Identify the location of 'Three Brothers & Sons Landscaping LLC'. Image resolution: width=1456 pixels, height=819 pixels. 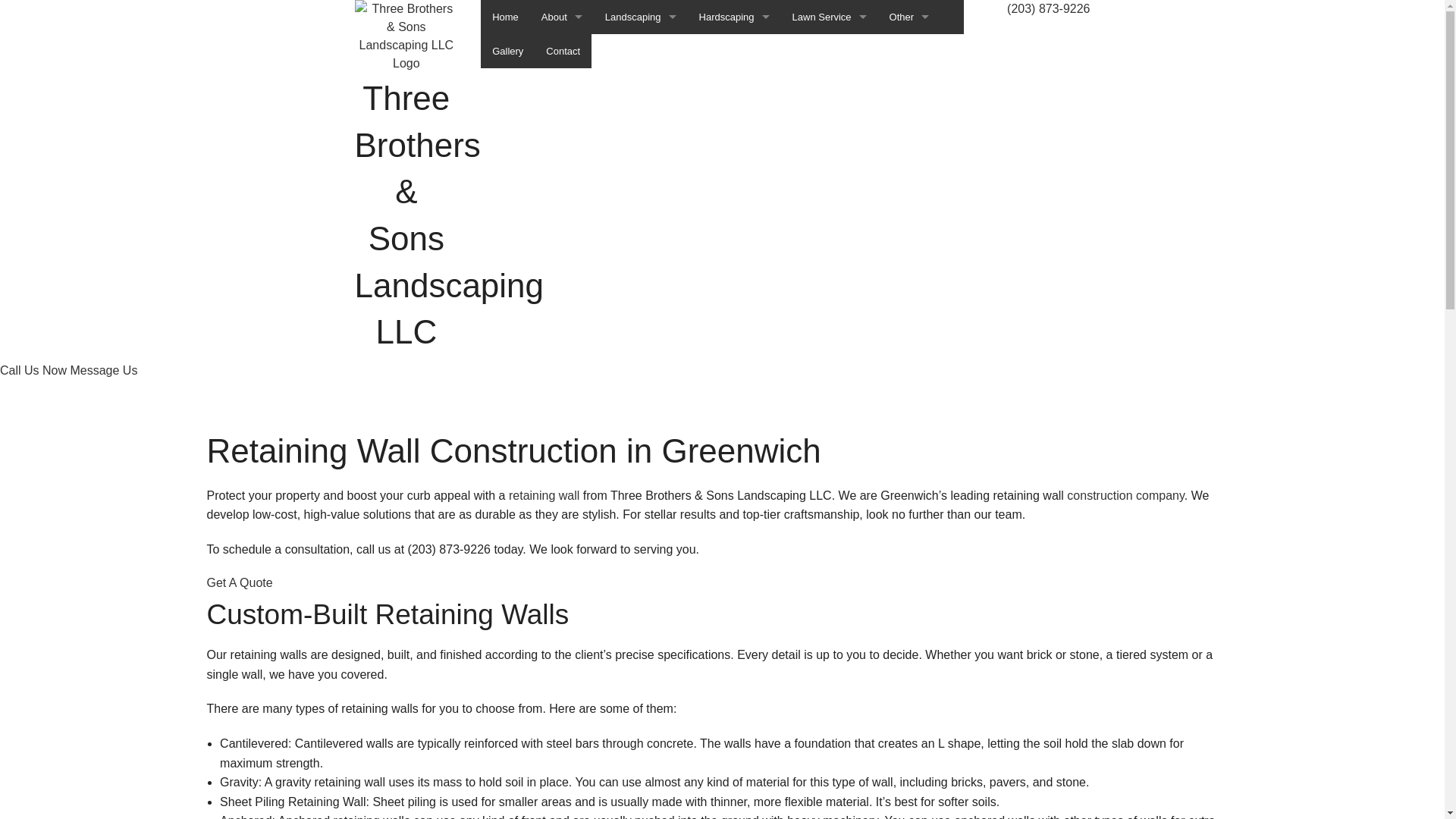
(353, 34).